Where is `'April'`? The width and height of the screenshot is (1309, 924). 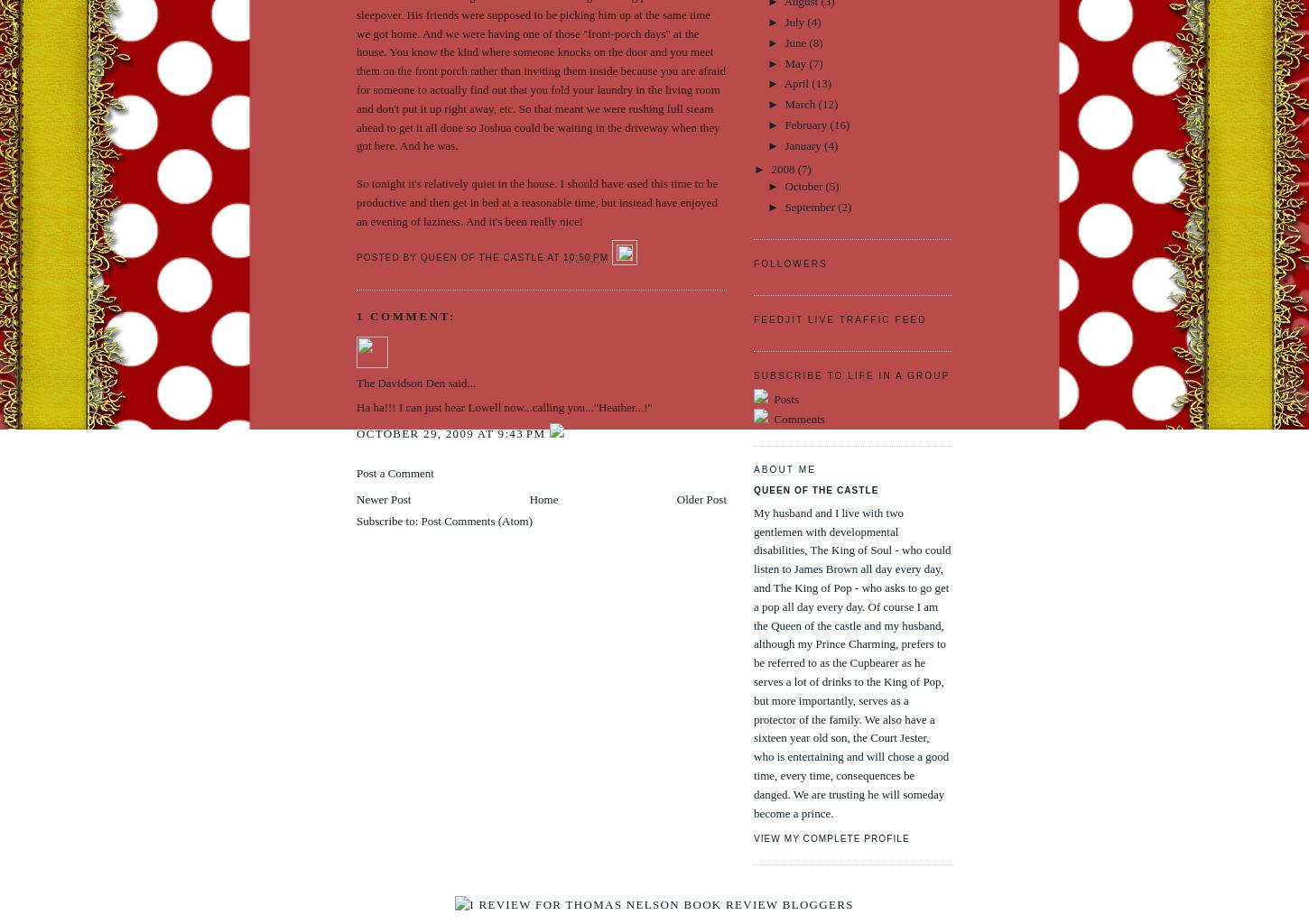 'April' is located at coordinates (796, 83).